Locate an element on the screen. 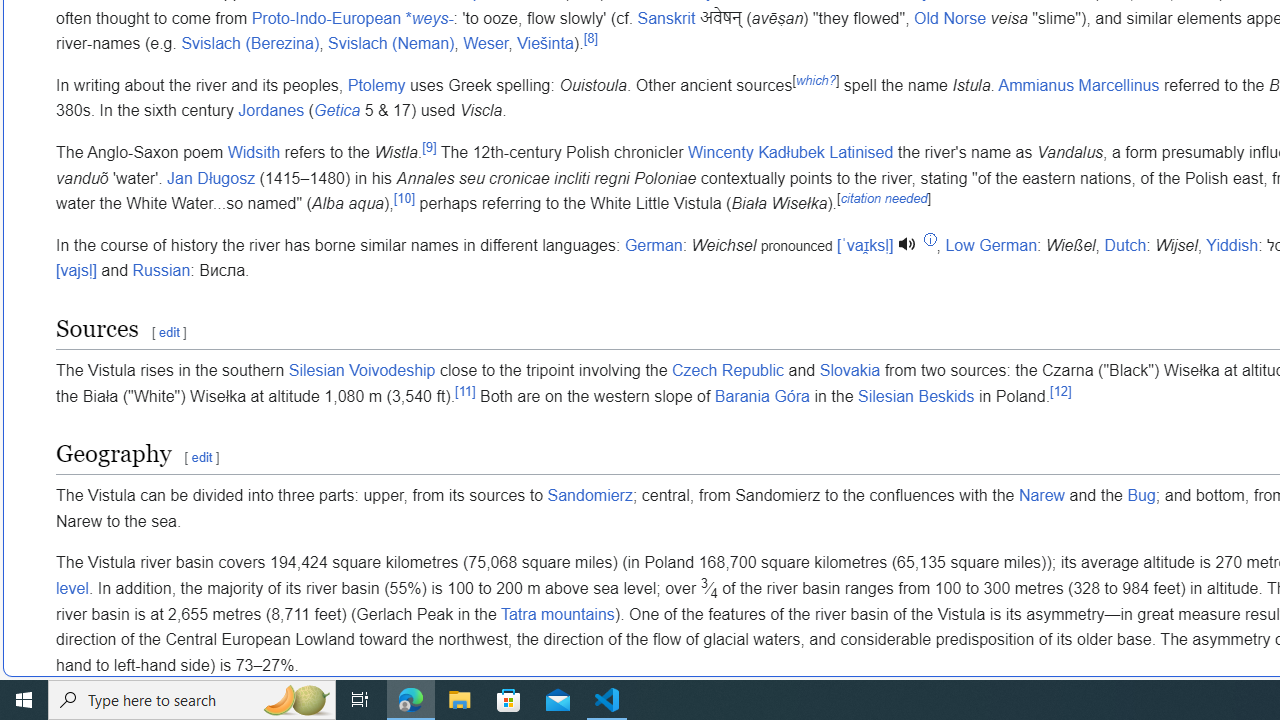 The height and width of the screenshot is (720, 1280). 'Widsith' is located at coordinates (253, 151).